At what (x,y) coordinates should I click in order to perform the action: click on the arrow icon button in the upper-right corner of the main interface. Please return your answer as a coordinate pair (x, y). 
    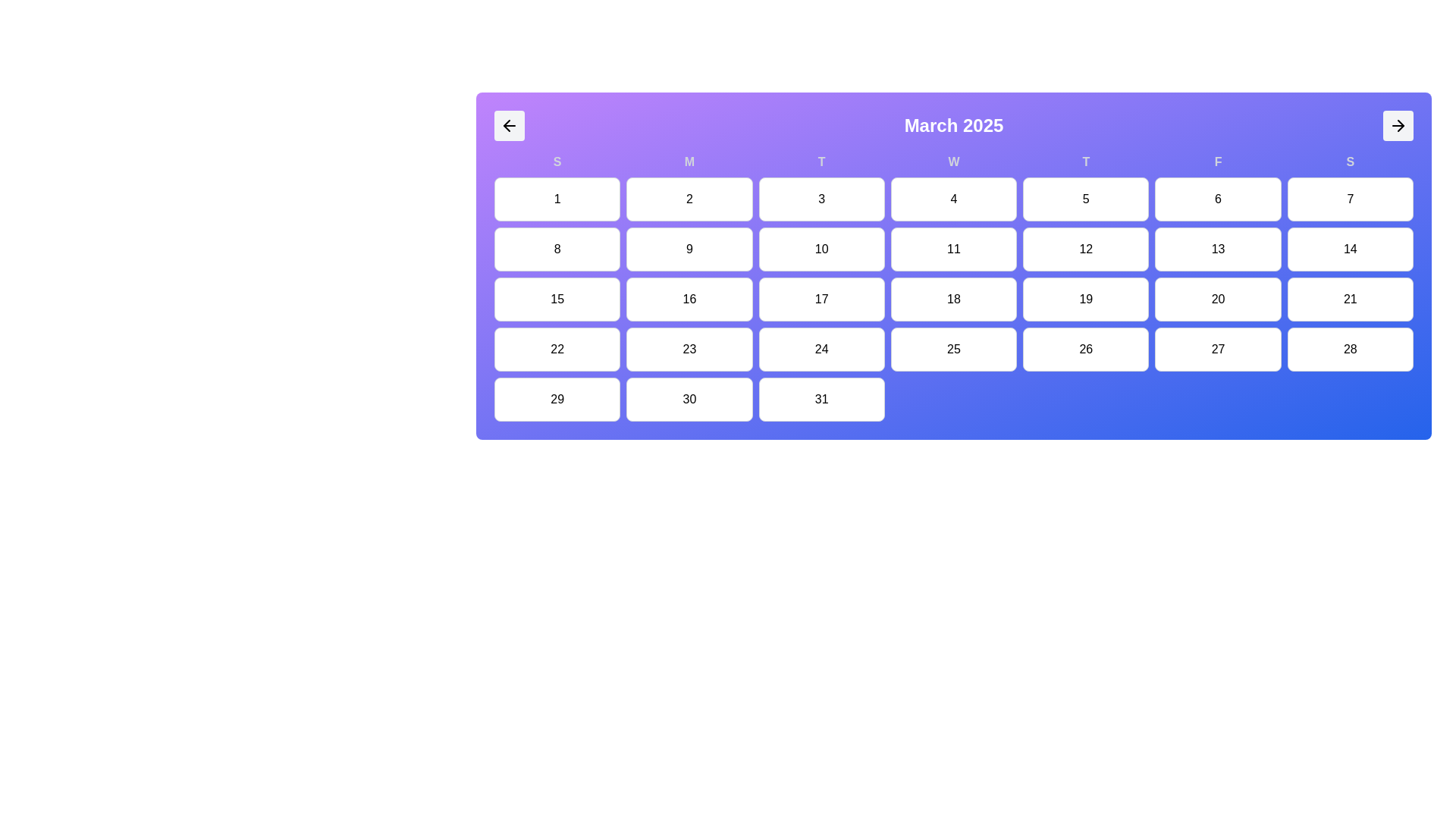
    Looking at the image, I should click on (1397, 124).